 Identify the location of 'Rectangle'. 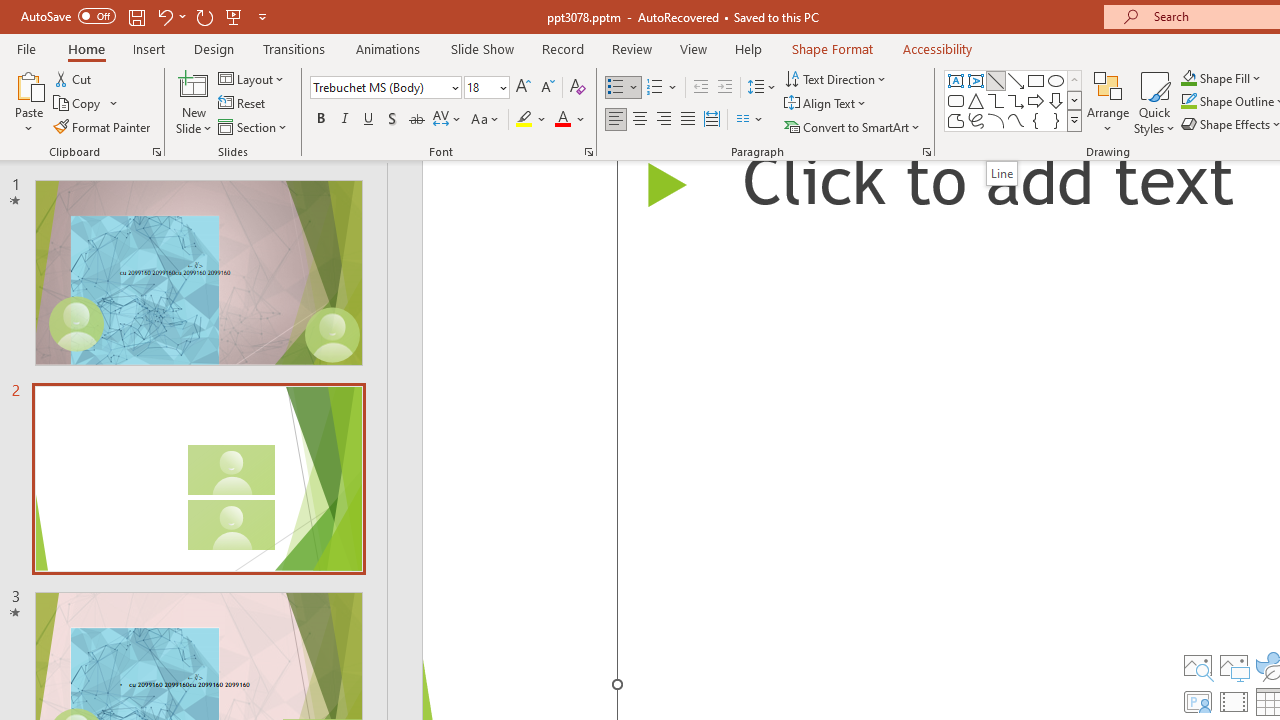
(1036, 80).